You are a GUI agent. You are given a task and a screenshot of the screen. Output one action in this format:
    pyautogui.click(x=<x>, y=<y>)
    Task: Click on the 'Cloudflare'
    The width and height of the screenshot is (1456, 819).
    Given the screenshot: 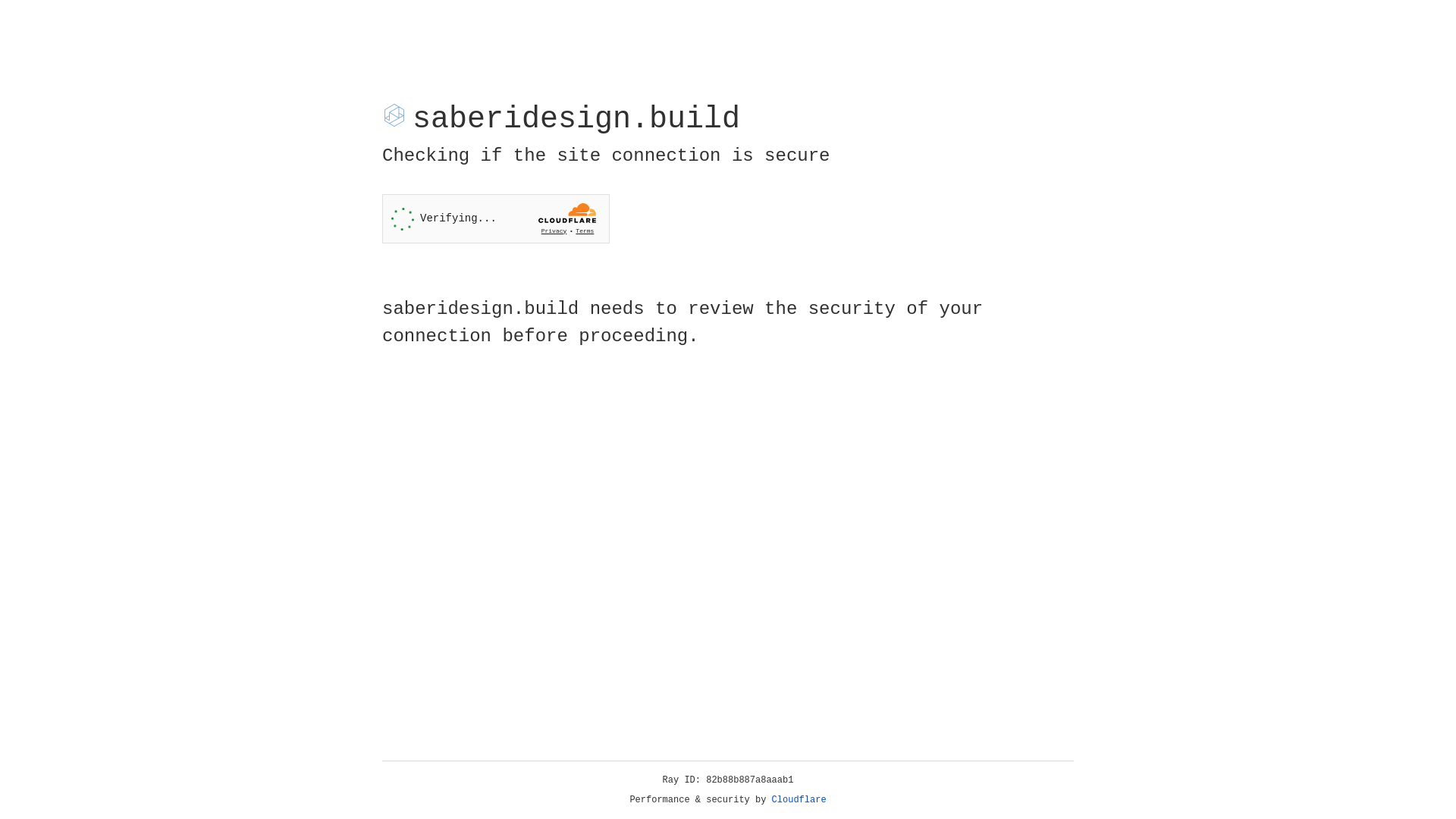 What is the action you would take?
    pyautogui.click(x=771, y=799)
    